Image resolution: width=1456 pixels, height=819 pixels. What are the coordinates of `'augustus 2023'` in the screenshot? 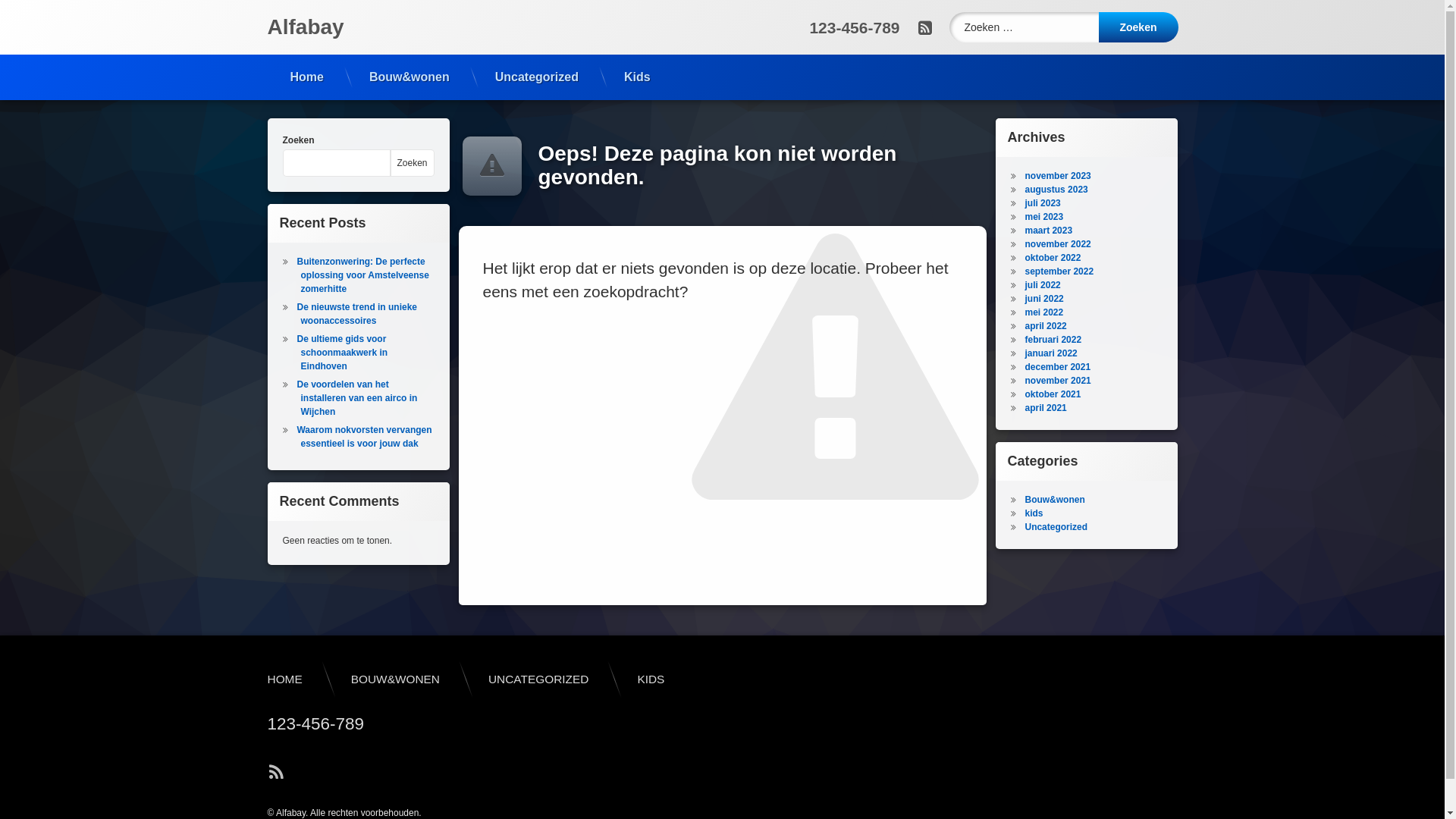 It's located at (1055, 189).